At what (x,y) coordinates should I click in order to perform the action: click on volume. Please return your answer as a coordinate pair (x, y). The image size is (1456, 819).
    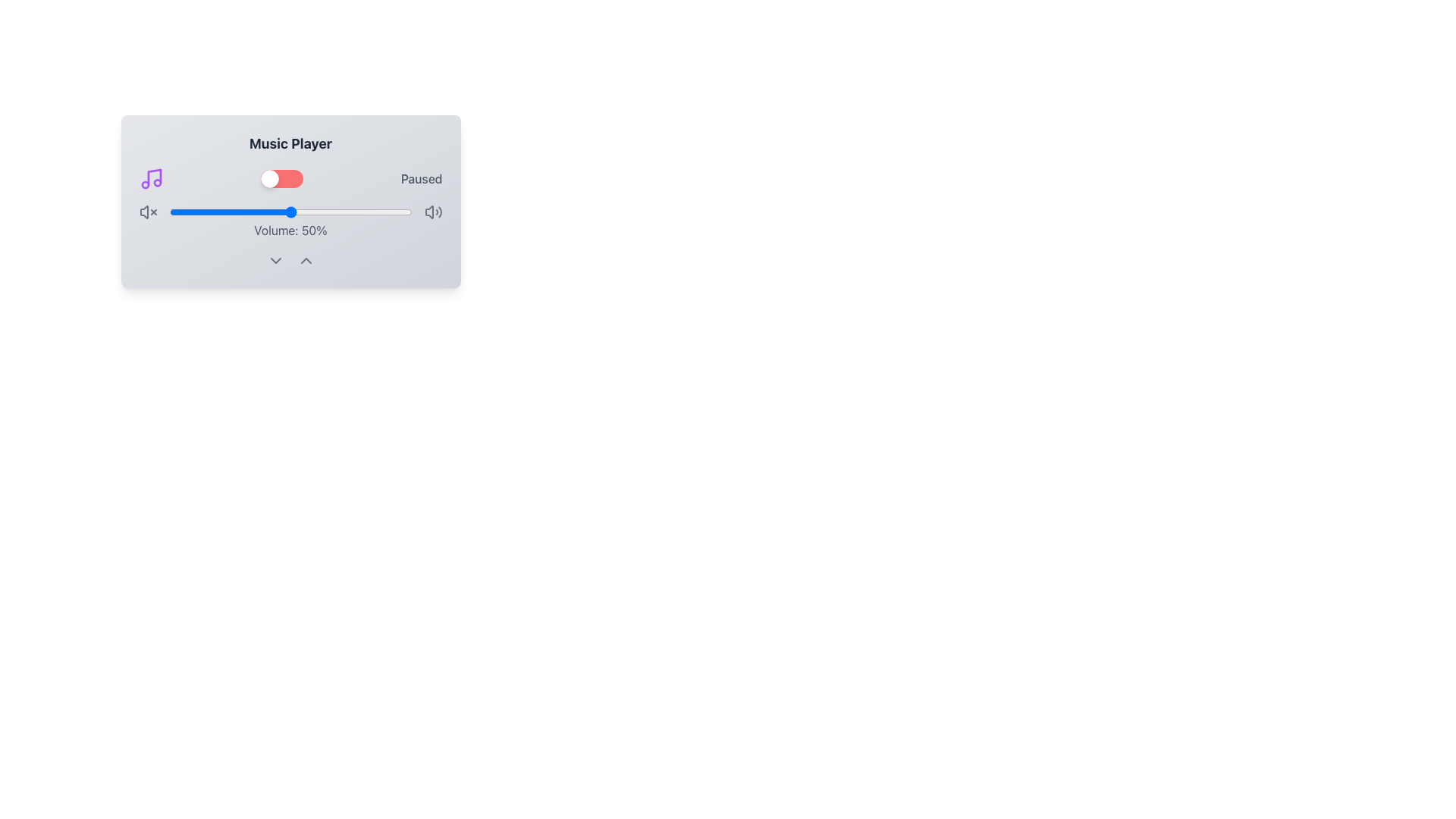
    Looking at the image, I should click on (224, 212).